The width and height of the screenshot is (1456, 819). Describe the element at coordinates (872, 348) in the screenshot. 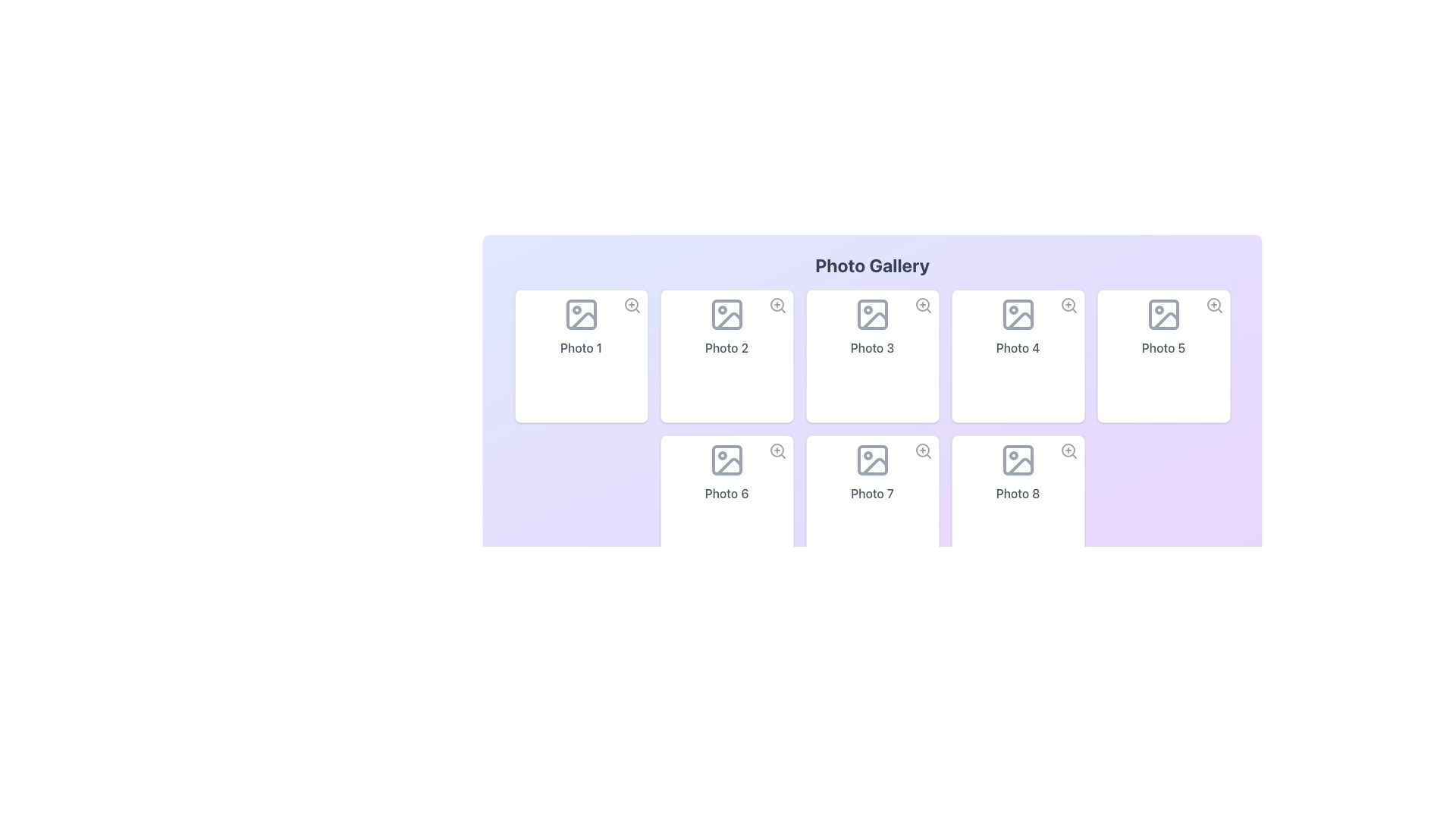

I see `the text label below the icon in the third card of the top row within the photo gallery grid, which helps users identify the associated image` at that location.